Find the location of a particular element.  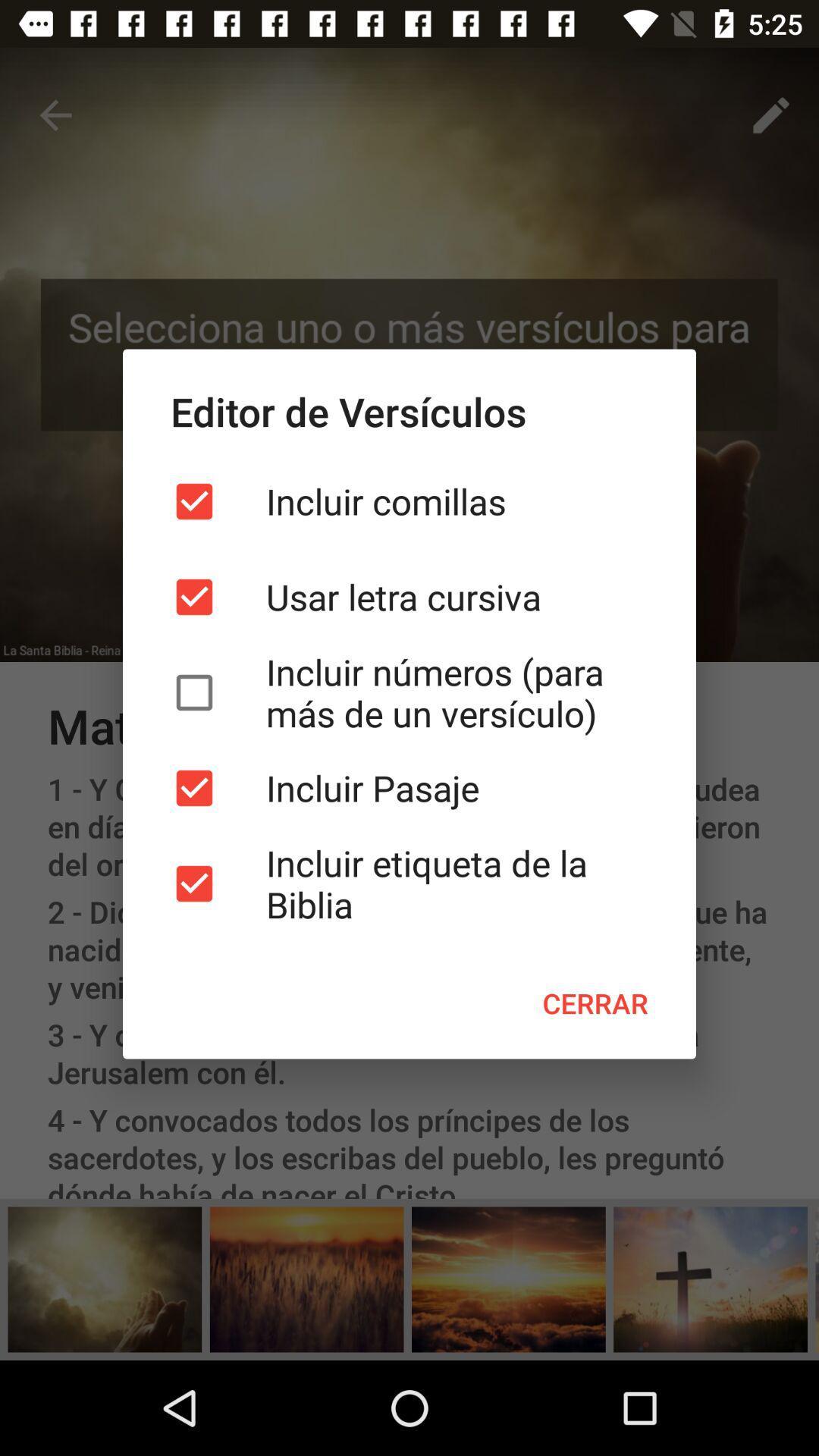

cerrar item is located at coordinates (595, 1003).